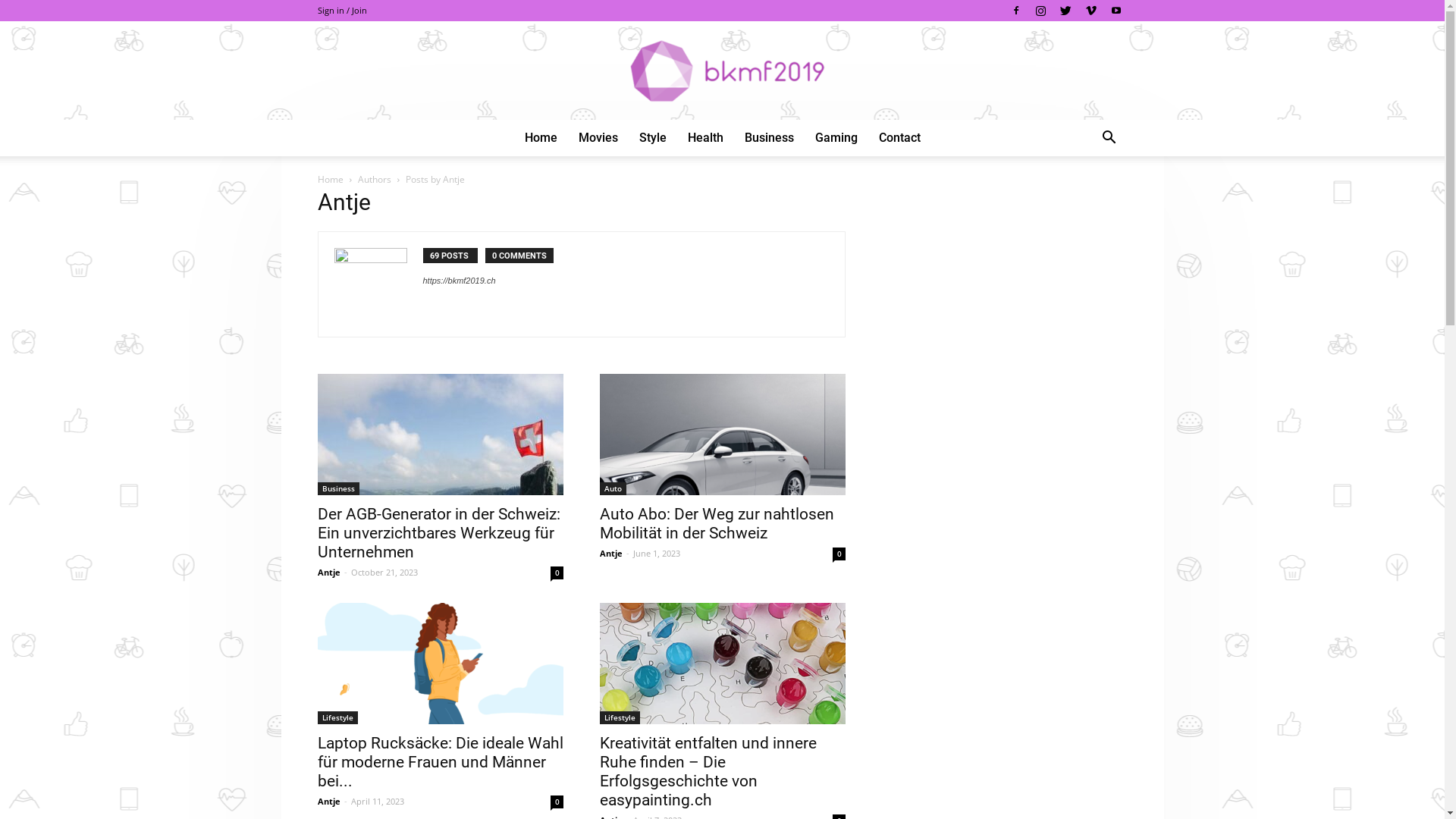  Describe the element at coordinates (1115, 11) in the screenshot. I see `'Youtube'` at that location.